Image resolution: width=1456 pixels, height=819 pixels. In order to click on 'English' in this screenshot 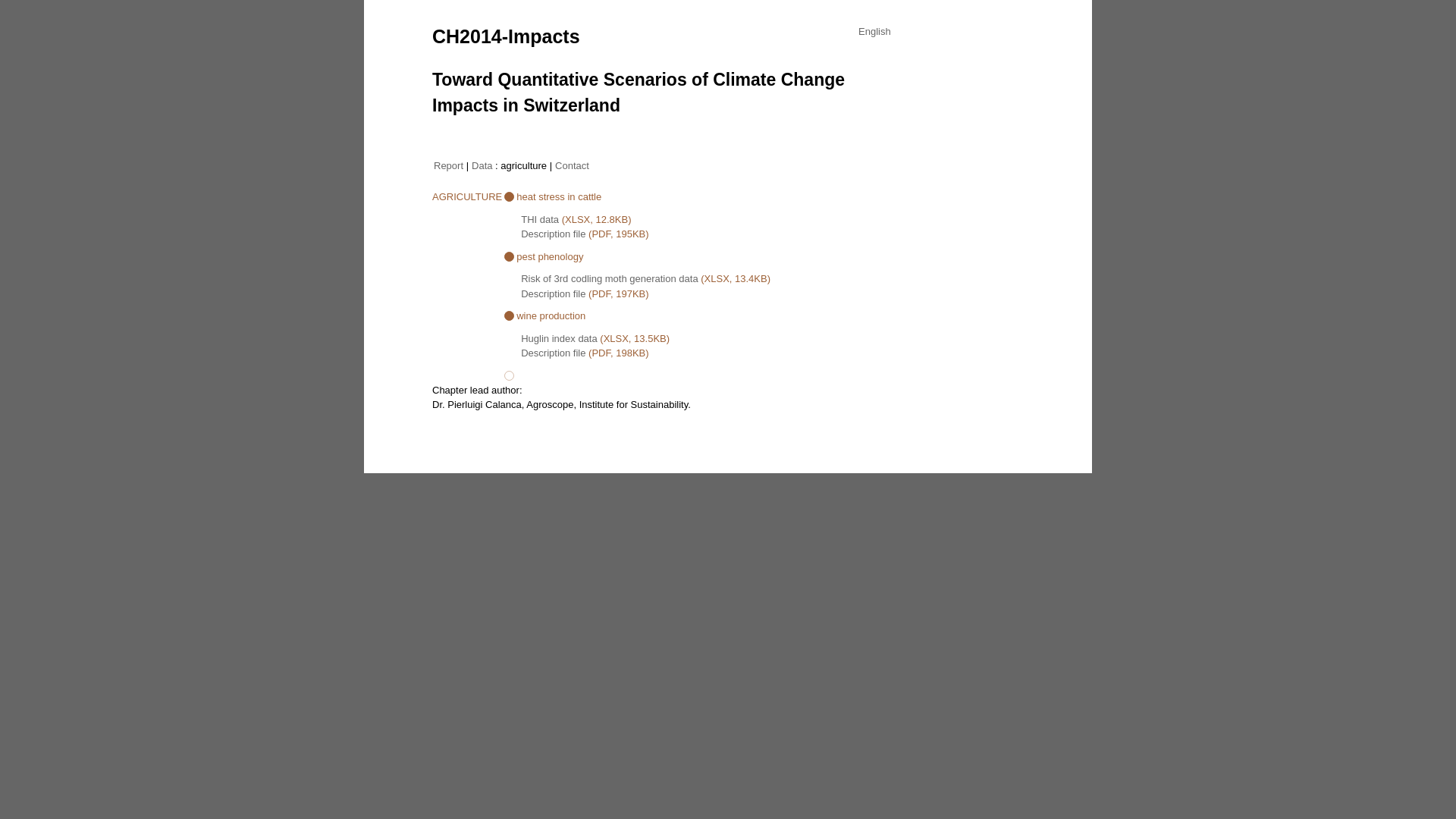, I will do `click(874, 31)`.